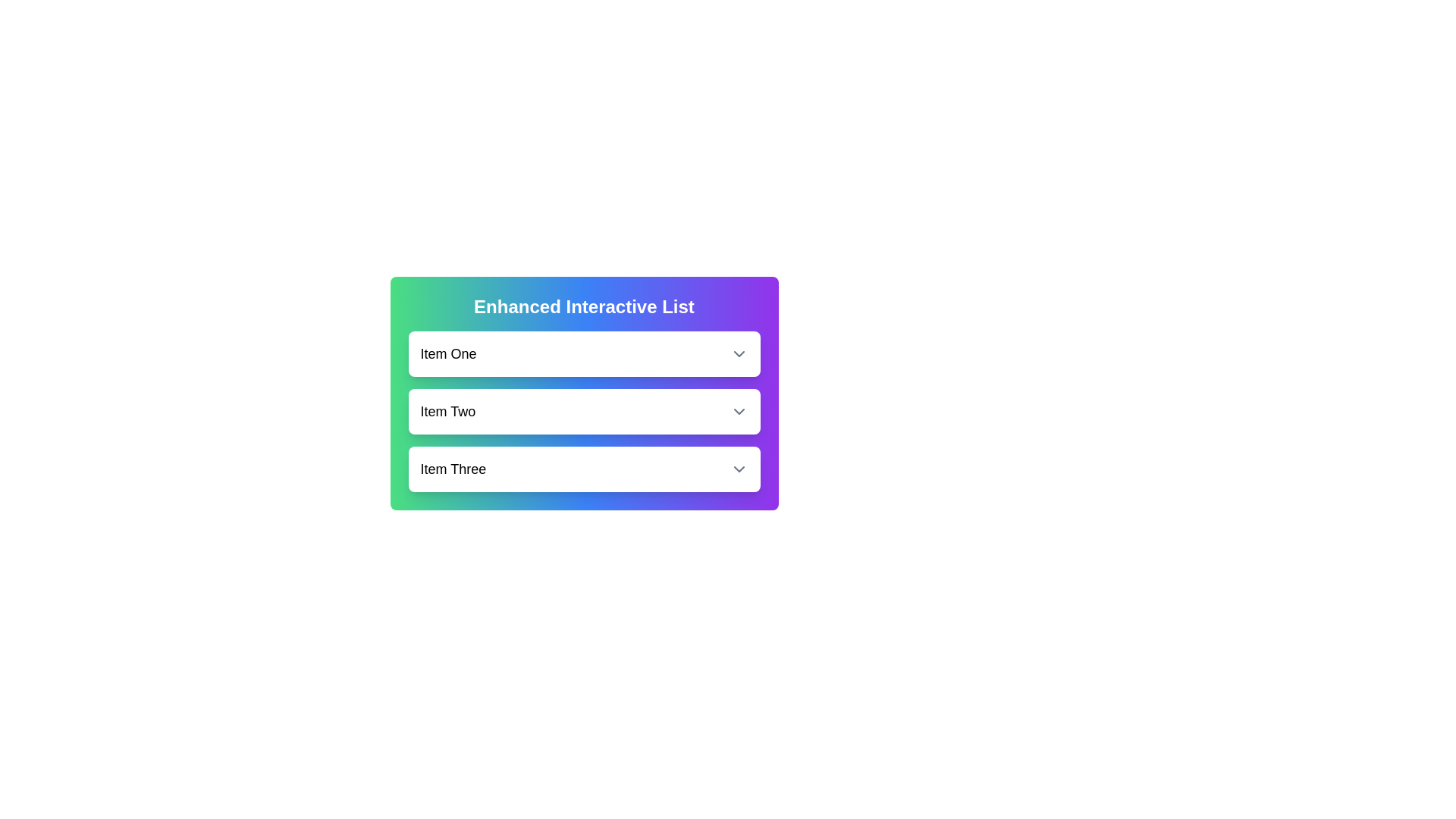 Image resolution: width=1456 pixels, height=819 pixels. I want to click on the first item in the dropdown menu located below the title 'Enhanced Interactive List', so click(583, 353).